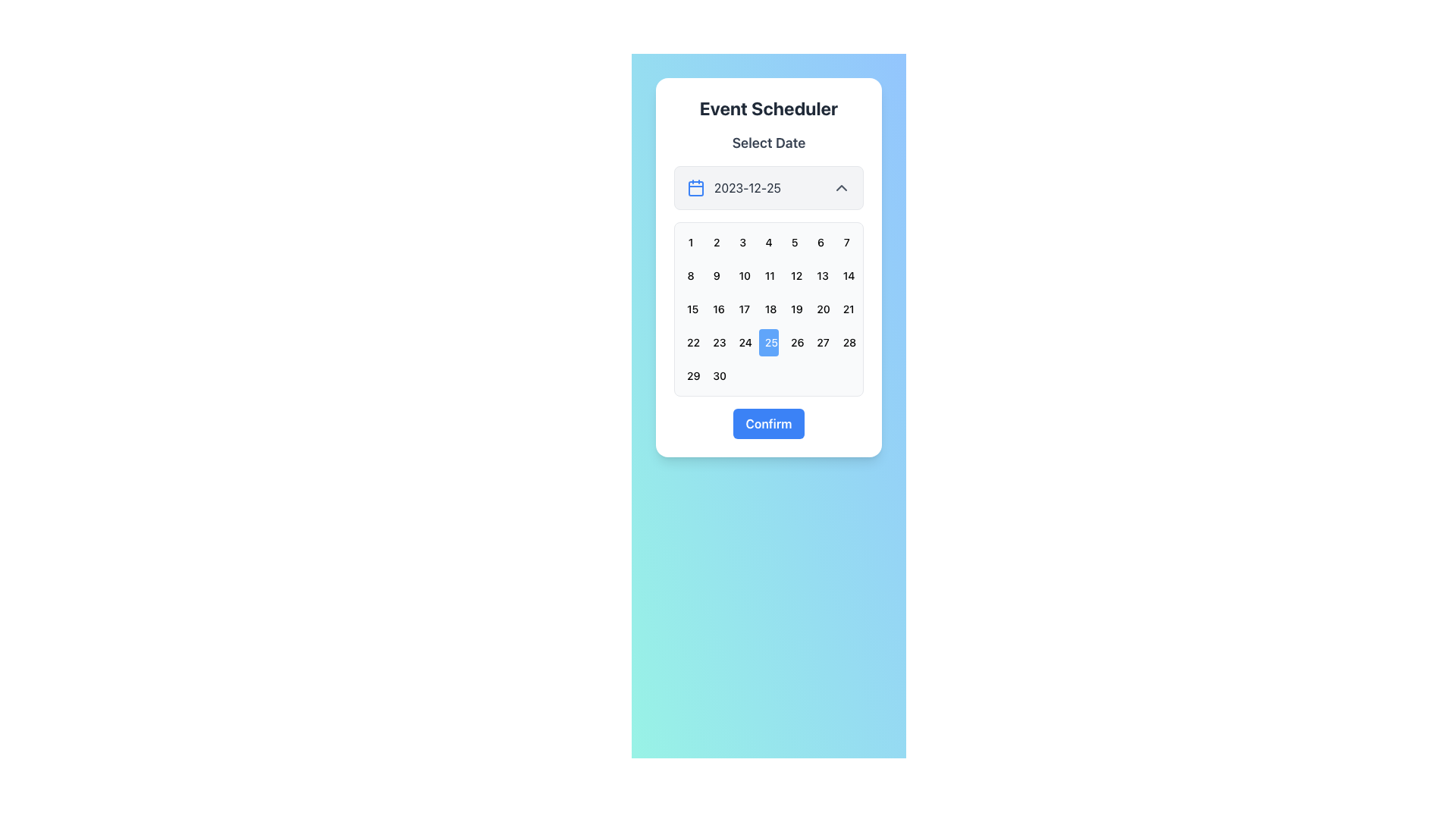 The image size is (1456, 819). Describe the element at coordinates (690, 242) in the screenshot. I see `the small, rounded button containing the numeric text '1' in the top-left corner of the calendar-like grid` at that location.